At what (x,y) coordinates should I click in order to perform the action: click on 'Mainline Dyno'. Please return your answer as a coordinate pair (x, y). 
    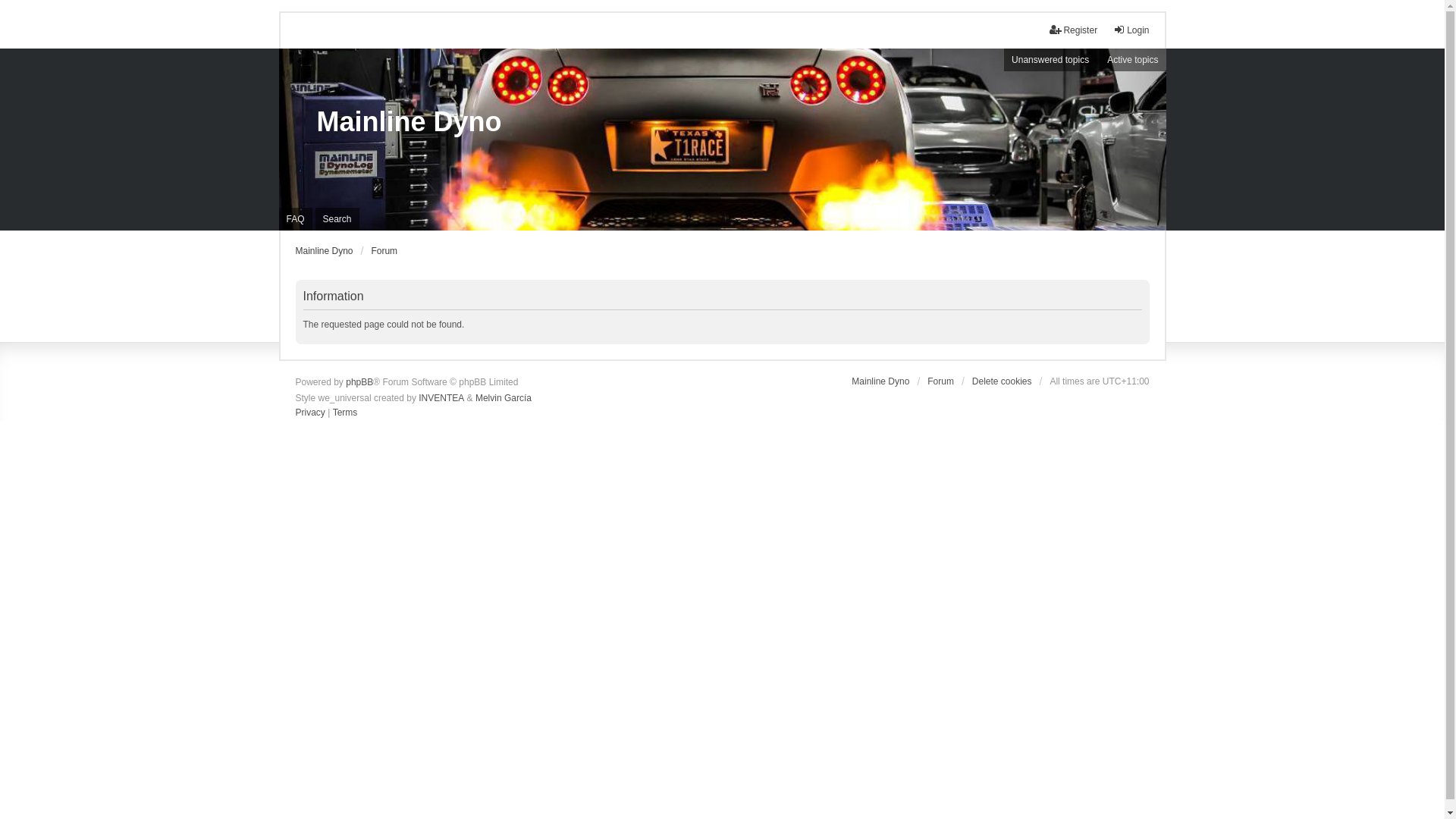
    Looking at the image, I should click on (323, 250).